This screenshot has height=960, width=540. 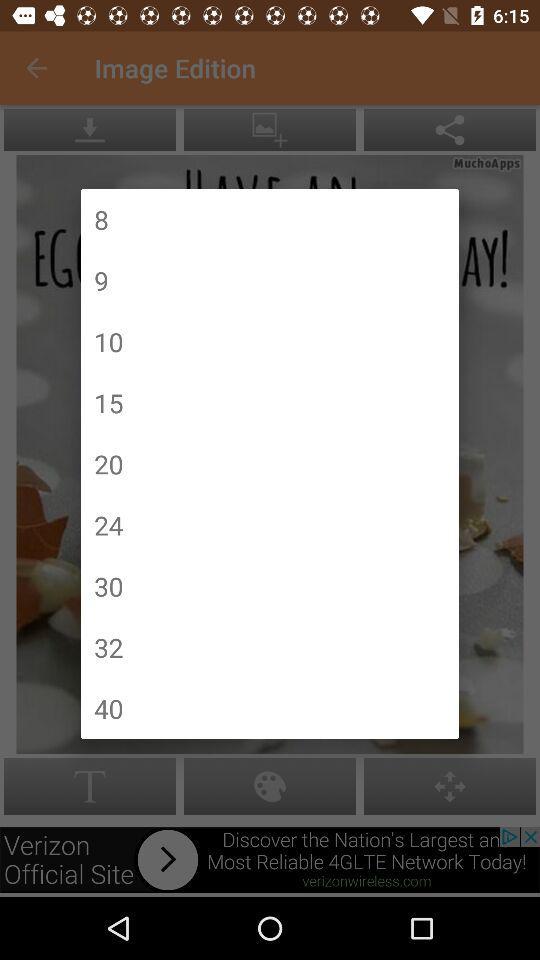 I want to click on 10, so click(x=108, y=341).